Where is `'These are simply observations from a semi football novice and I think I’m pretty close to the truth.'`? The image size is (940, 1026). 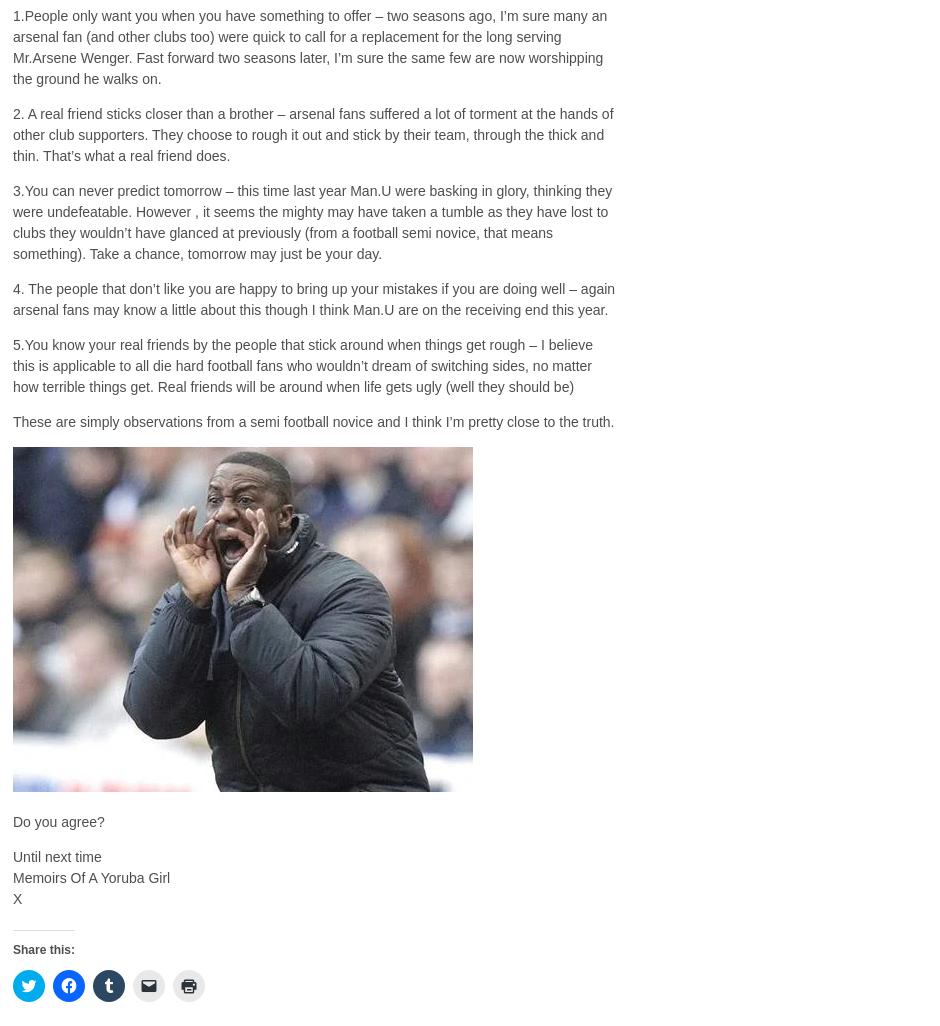
'These are simply observations from a semi football novice and I think I’m pretty close to the truth.' is located at coordinates (312, 420).